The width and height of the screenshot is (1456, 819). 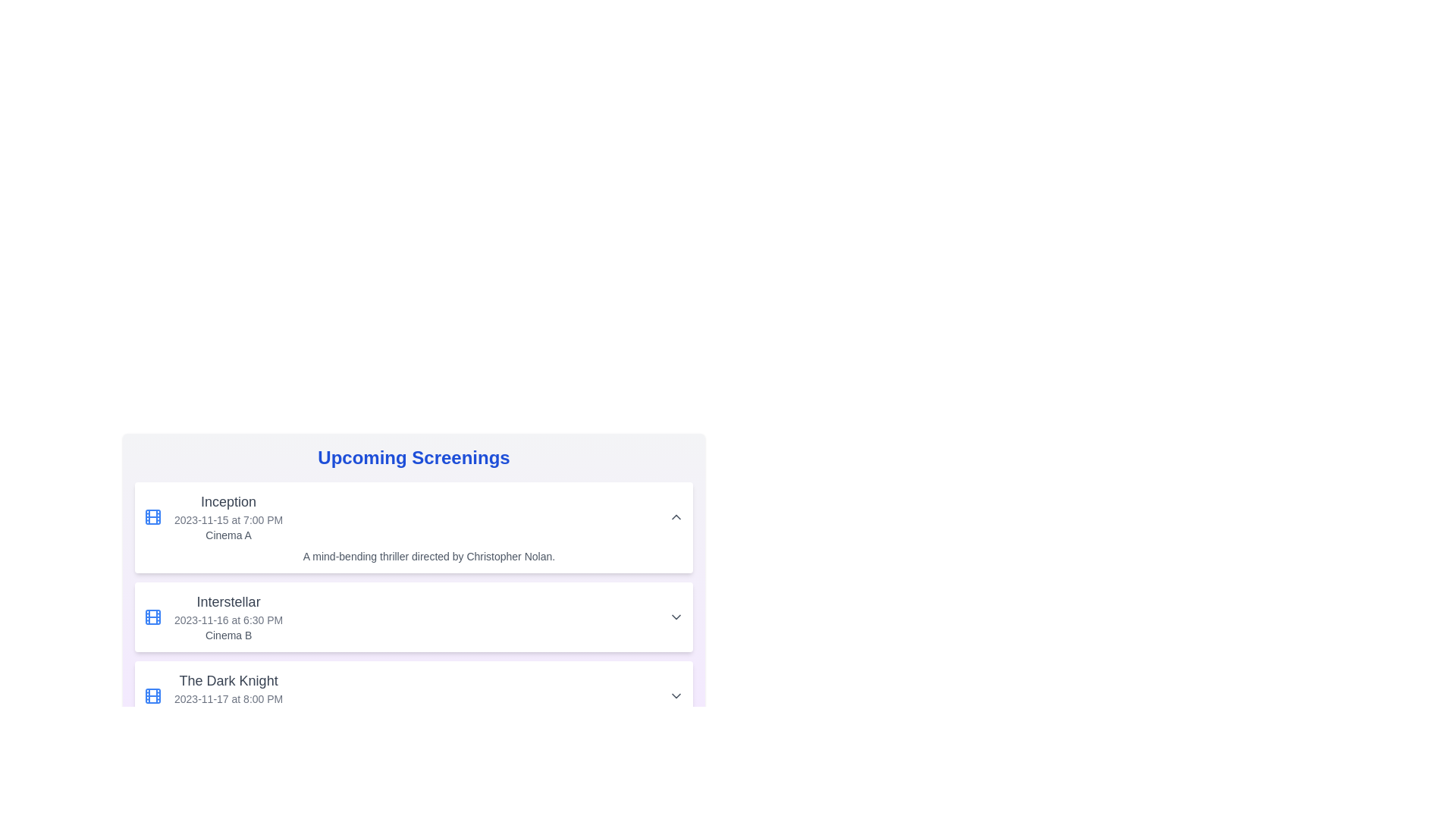 I want to click on the text label that reads 'Cinema A', which is styled in a small gray font and located at the bottom of the movie screening details for 'Inception' on '2023-11-15 at 7:00 PM', so click(x=227, y=534).